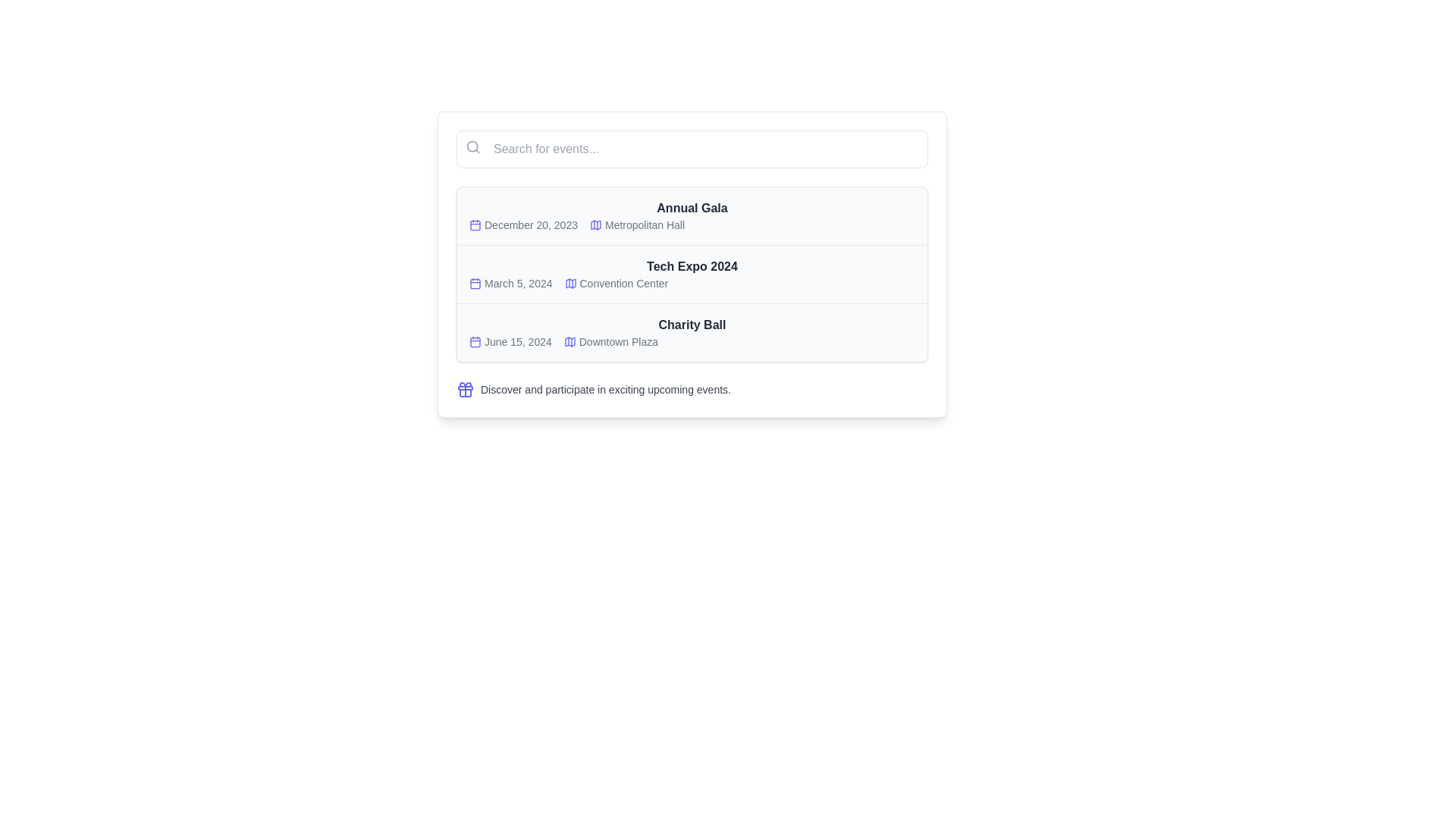 This screenshot has height=819, width=1456. I want to click on the list item labeled 'Annual Gala', so click(691, 216).